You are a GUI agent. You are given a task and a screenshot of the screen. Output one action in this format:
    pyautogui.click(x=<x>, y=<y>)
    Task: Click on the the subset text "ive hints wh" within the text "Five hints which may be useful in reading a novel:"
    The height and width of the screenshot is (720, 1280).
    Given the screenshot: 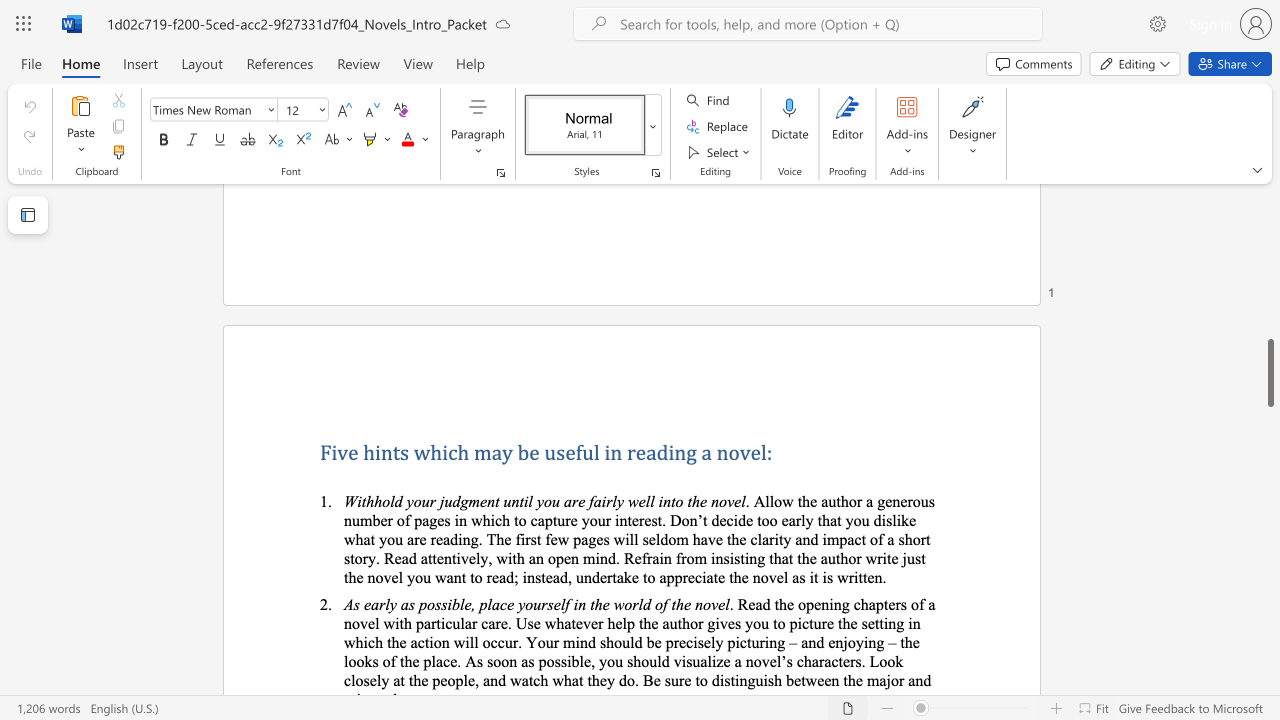 What is the action you would take?
    pyautogui.click(x=331, y=452)
    